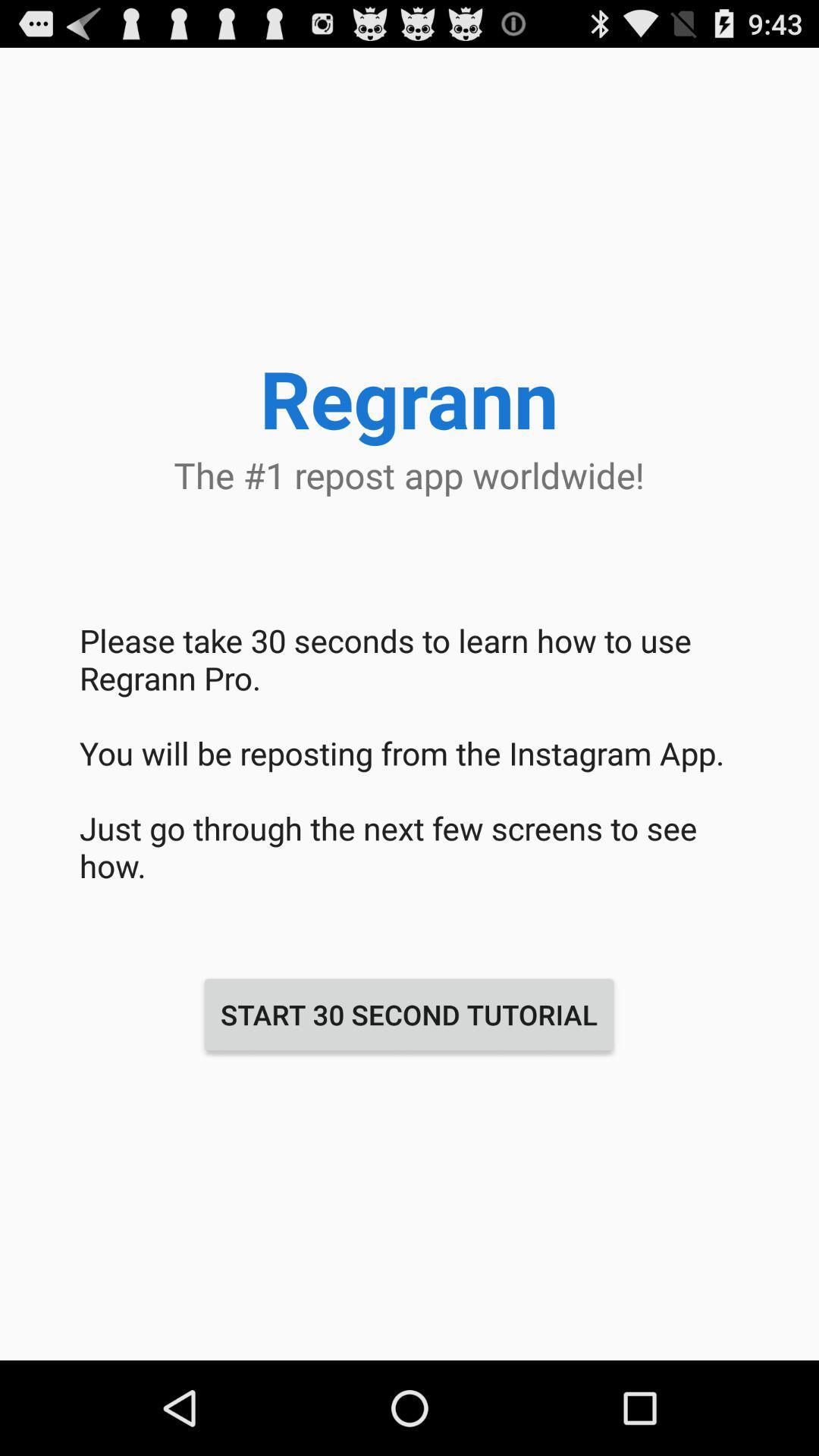 This screenshot has width=819, height=1456. Describe the element at coordinates (408, 1015) in the screenshot. I see `the item below please take 30 icon` at that location.